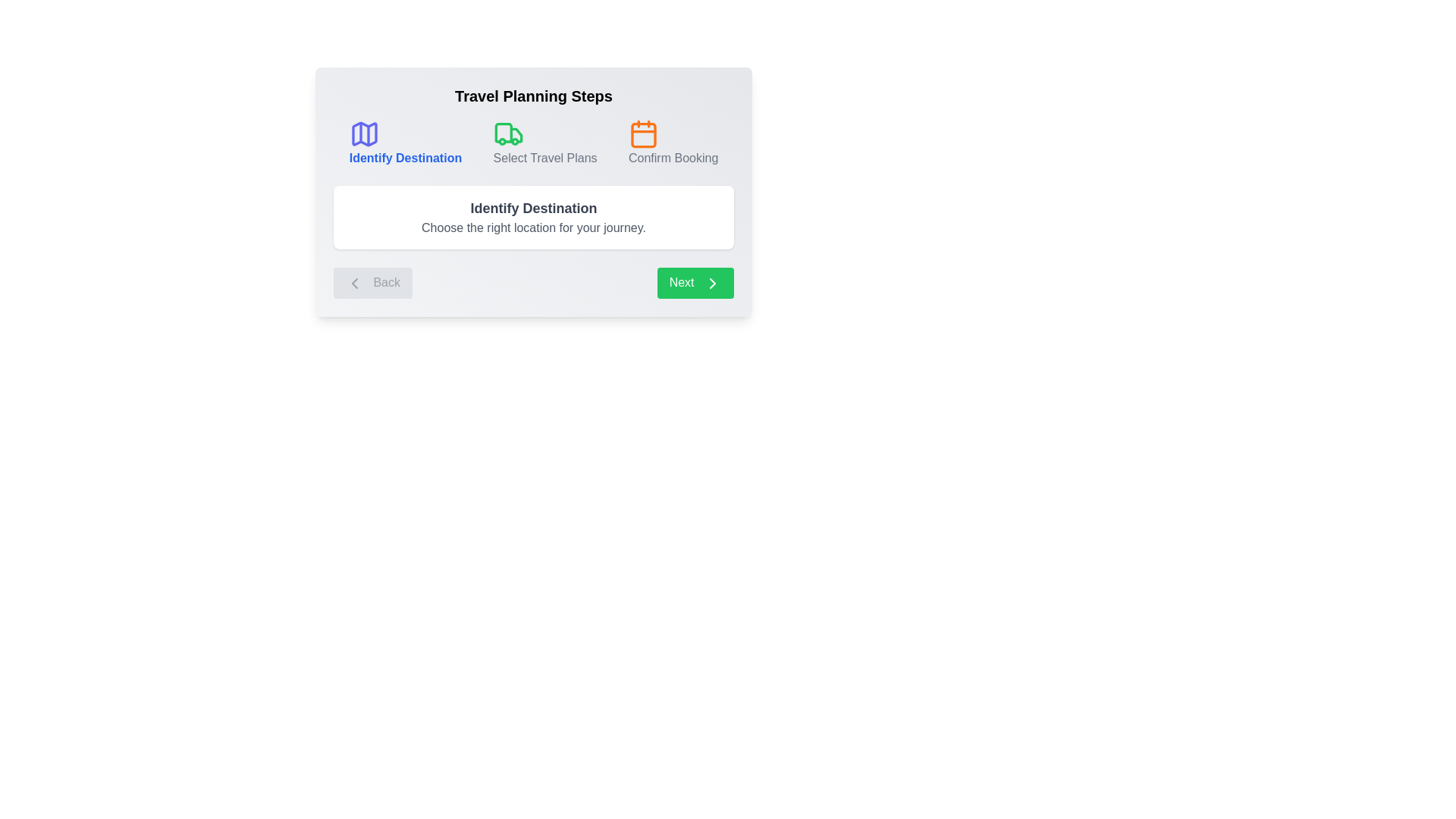  What do you see at coordinates (644, 133) in the screenshot?
I see `the decorative element within the calendar icon that represents the 'Confirm Booking' step in the travel planning process, specifically the centered orange box above the 'Confirm Booking' label` at bounding box center [644, 133].